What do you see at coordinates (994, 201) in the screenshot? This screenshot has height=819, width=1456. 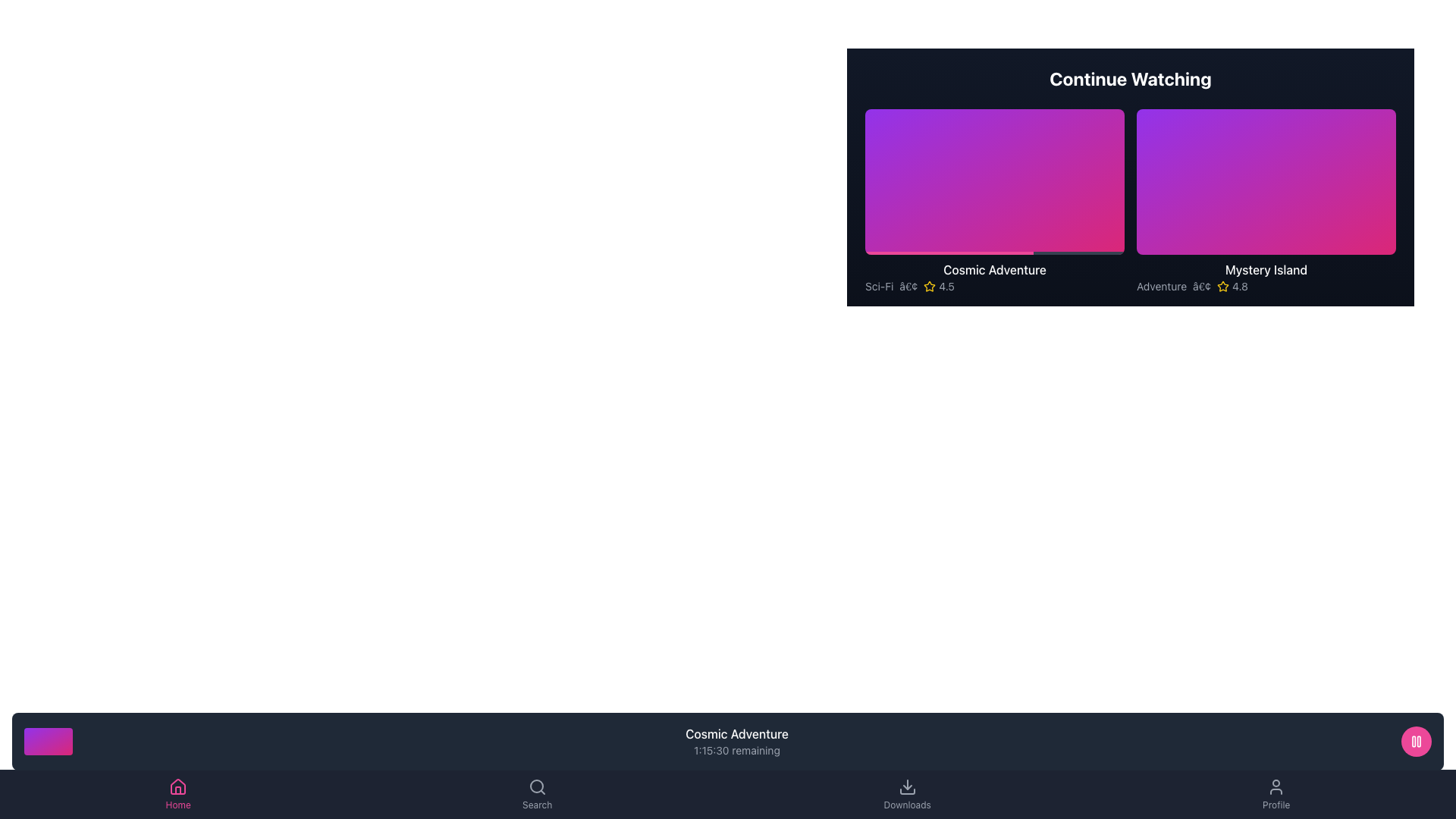 I see `the first card in the 'Continue Watching' section` at bounding box center [994, 201].